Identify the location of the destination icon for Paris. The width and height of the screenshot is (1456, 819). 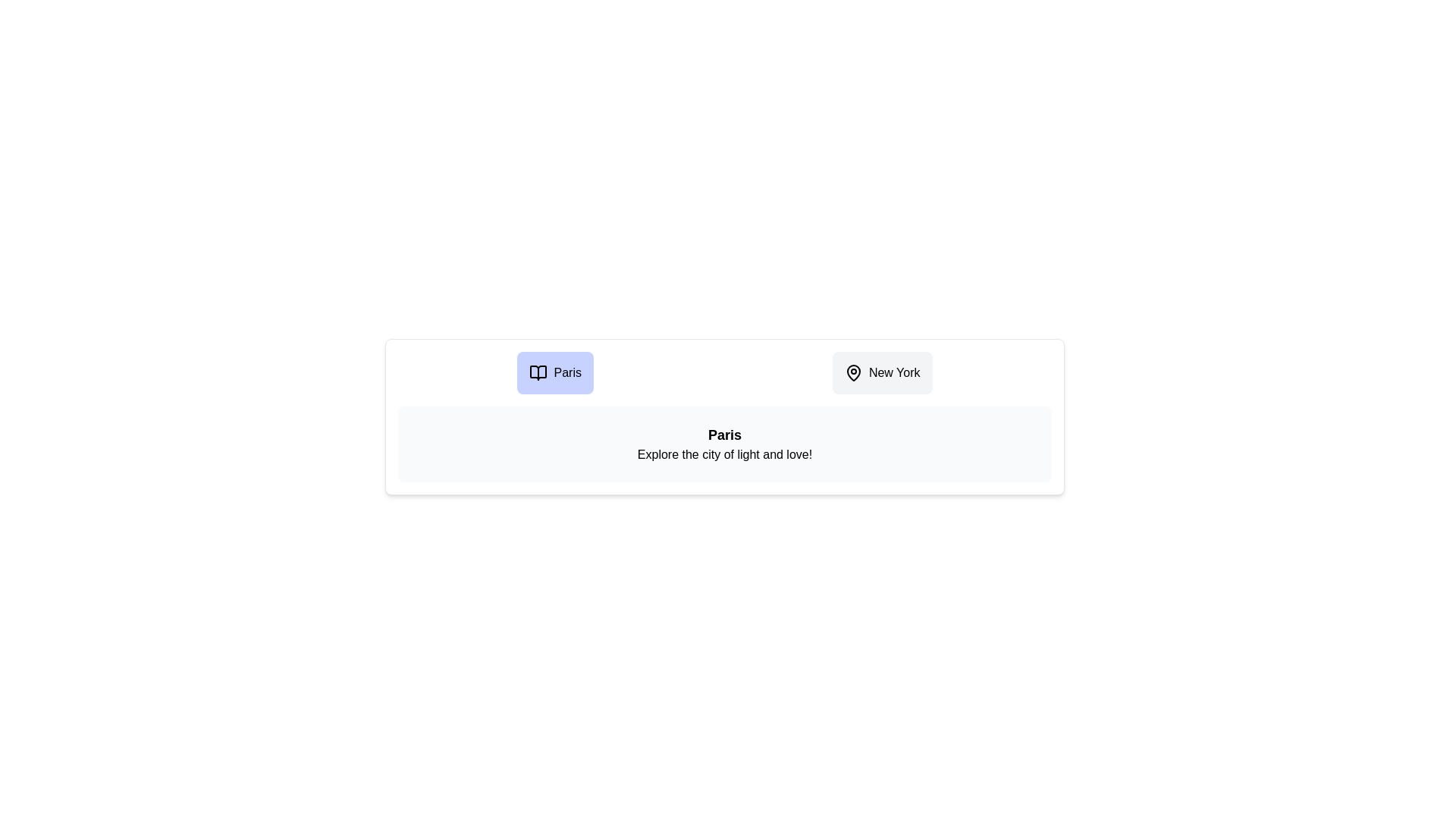
(554, 373).